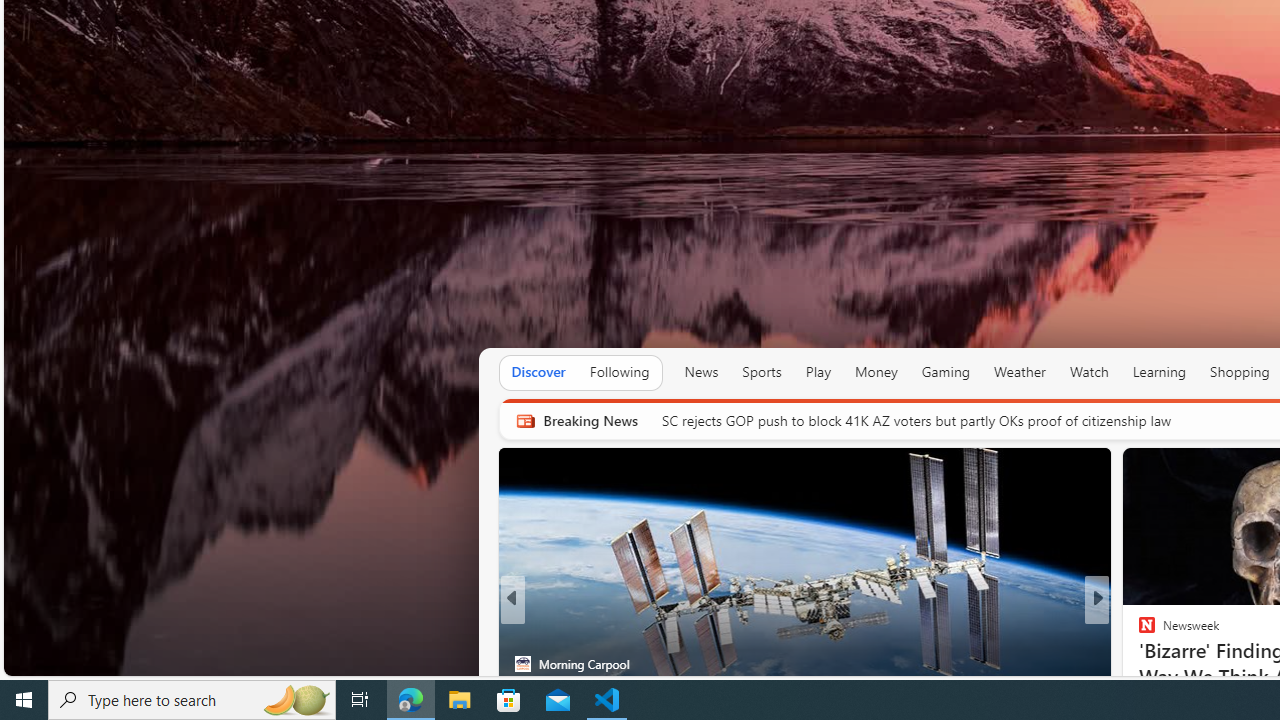 The width and height of the screenshot is (1280, 720). I want to click on 'ETNT Mind+Body', so click(1138, 632).